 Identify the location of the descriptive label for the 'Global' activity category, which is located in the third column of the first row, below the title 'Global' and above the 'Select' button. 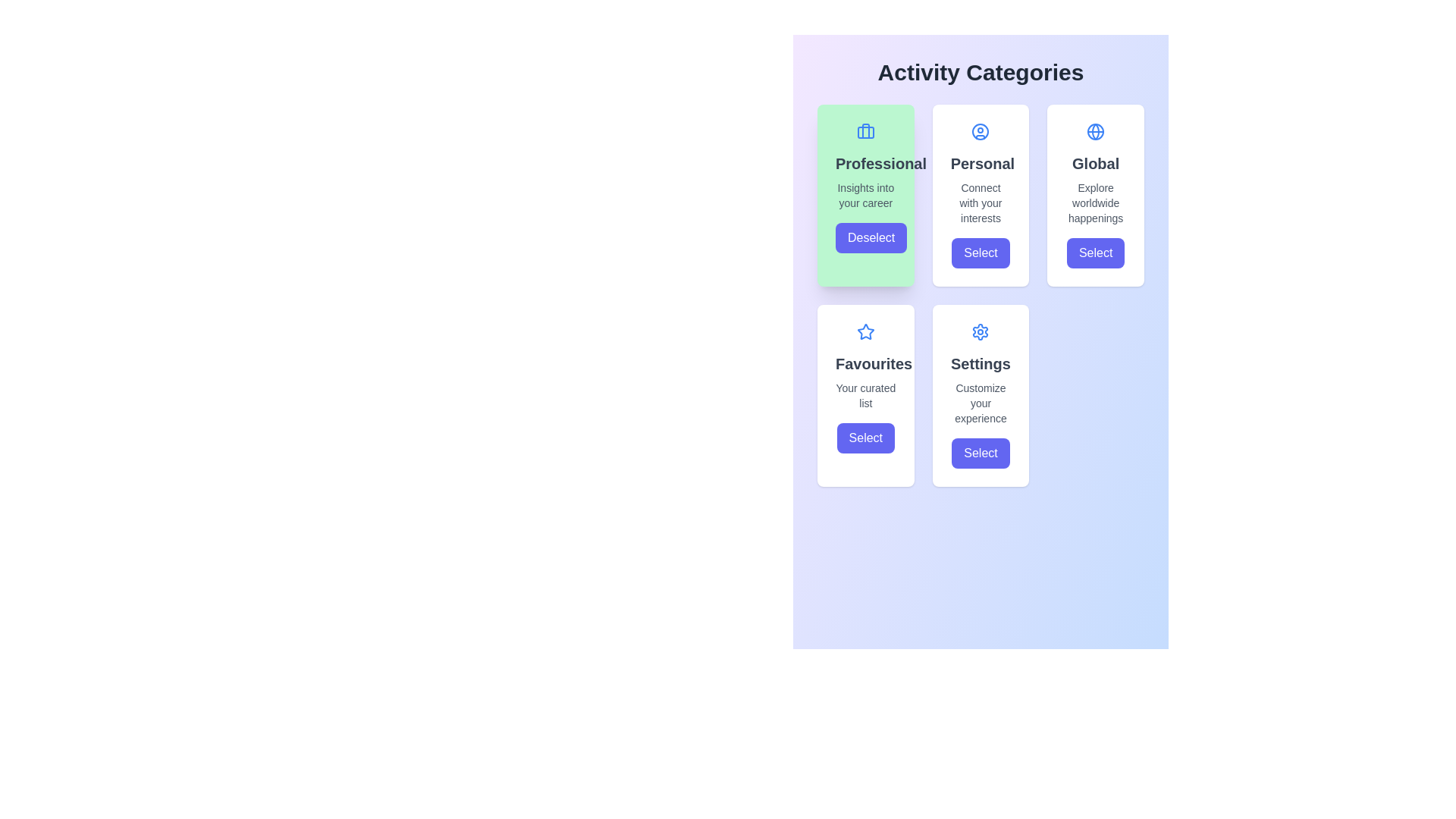
(1096, 202).